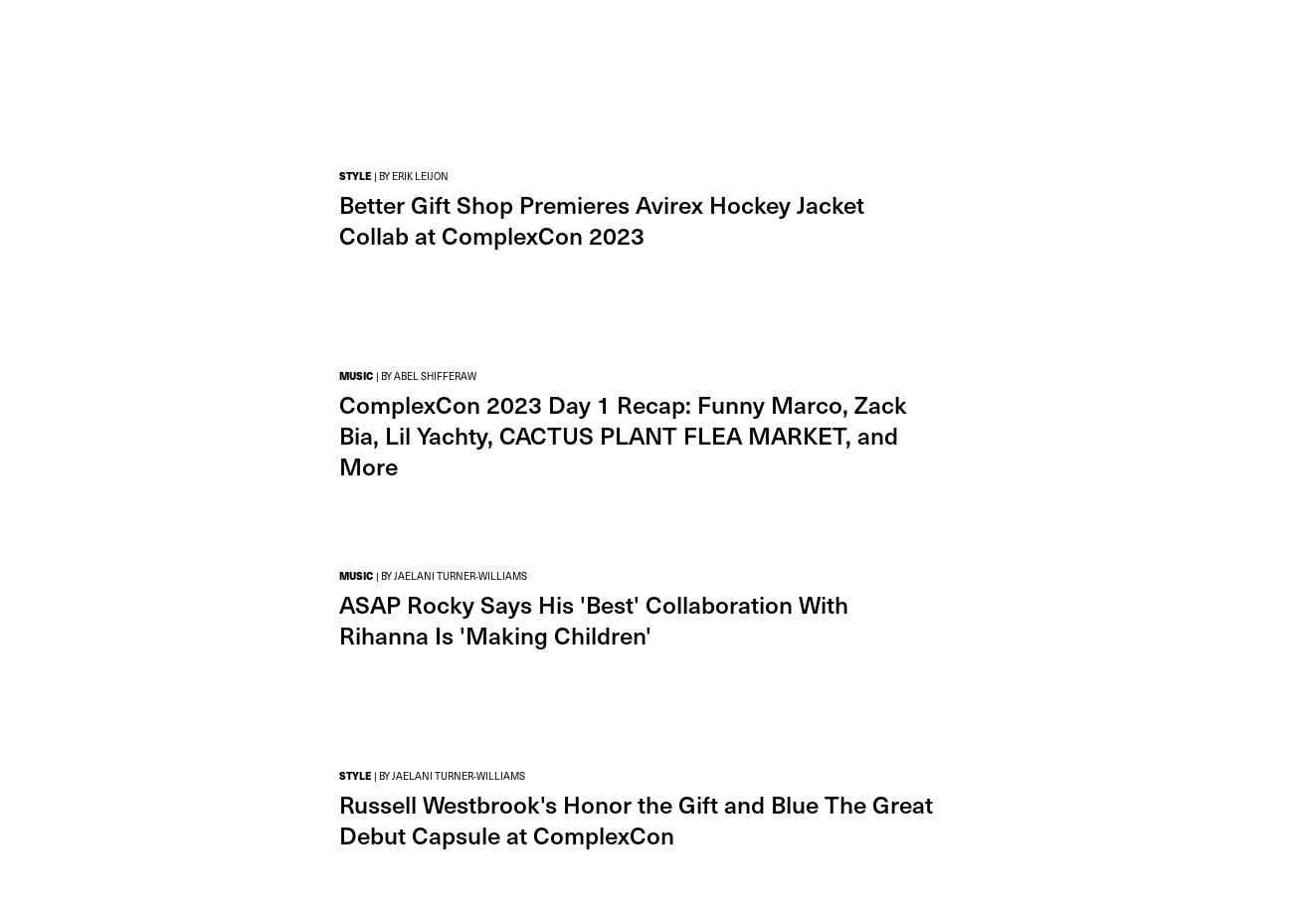 Image resolution: width=1293 pixels, height=924 pixels. What do you see at coordinates (392, 175) in the screenshot?
I see `'ERIK LEIJON'` at bounding box center [392, 175].